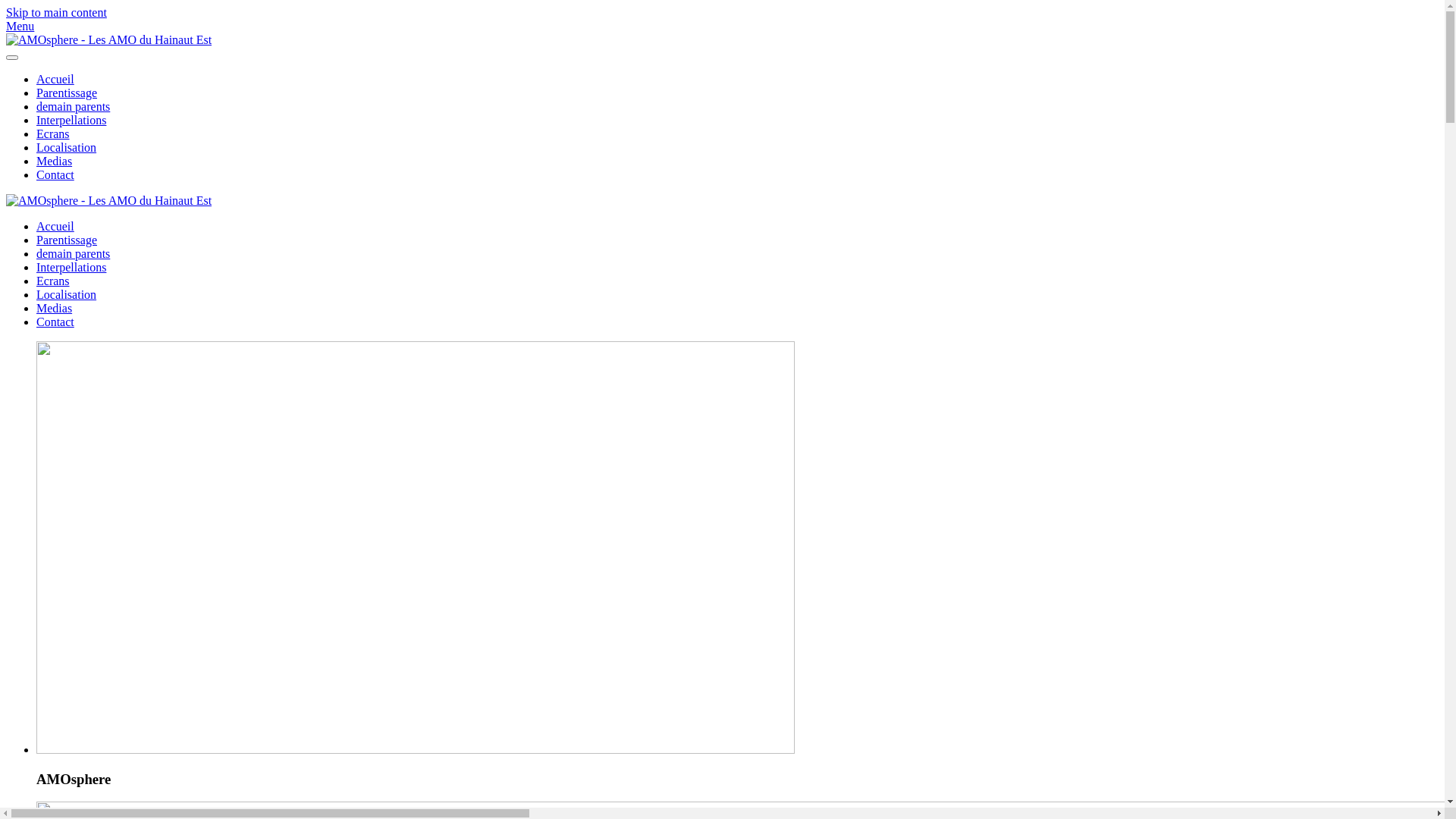  Describe the element at coordinates (65, 239) in the screenshot. I see `'Parentissage'` at that location.